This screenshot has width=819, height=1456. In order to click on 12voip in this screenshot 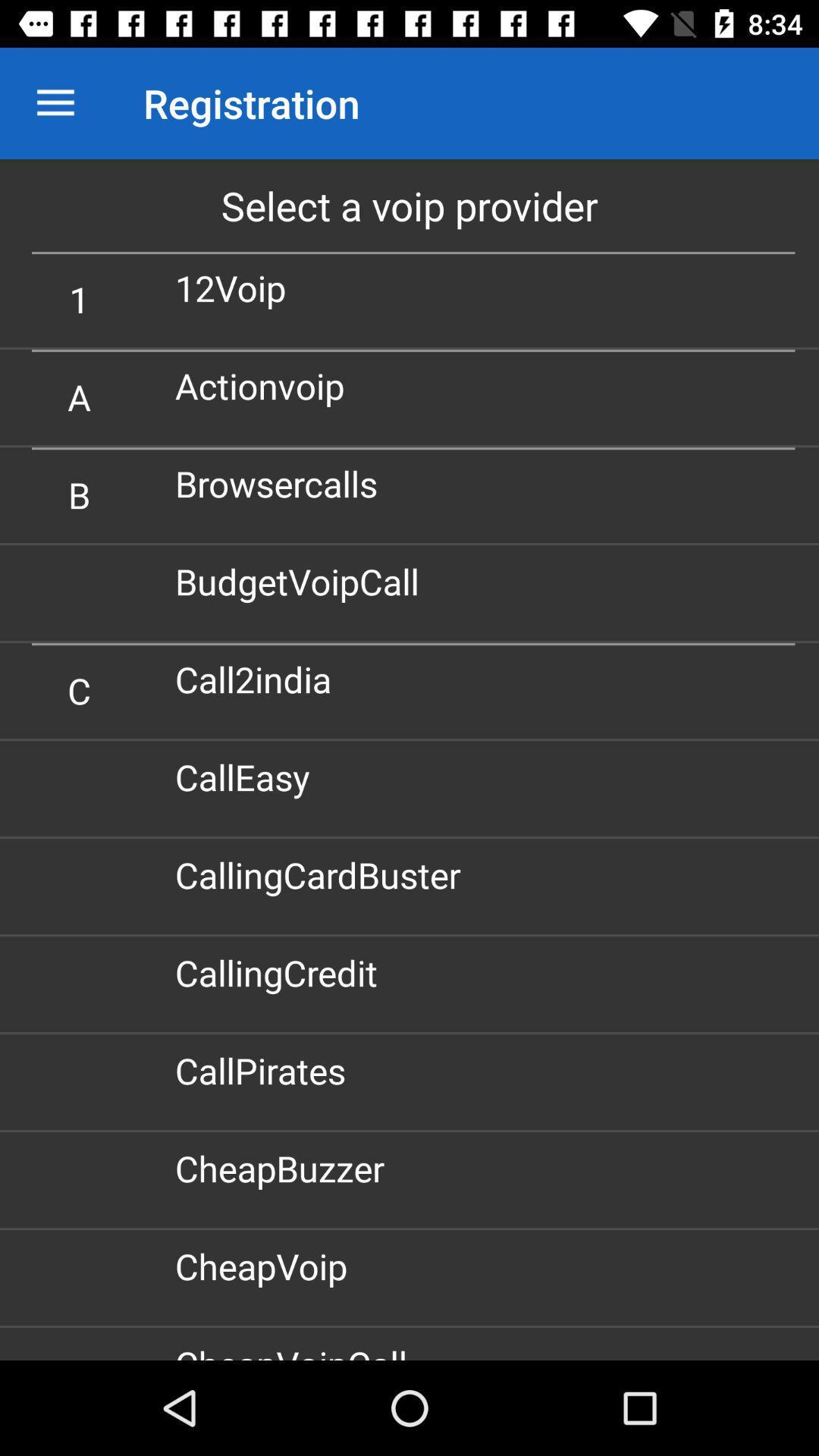, I will do `click(237, 287)`.